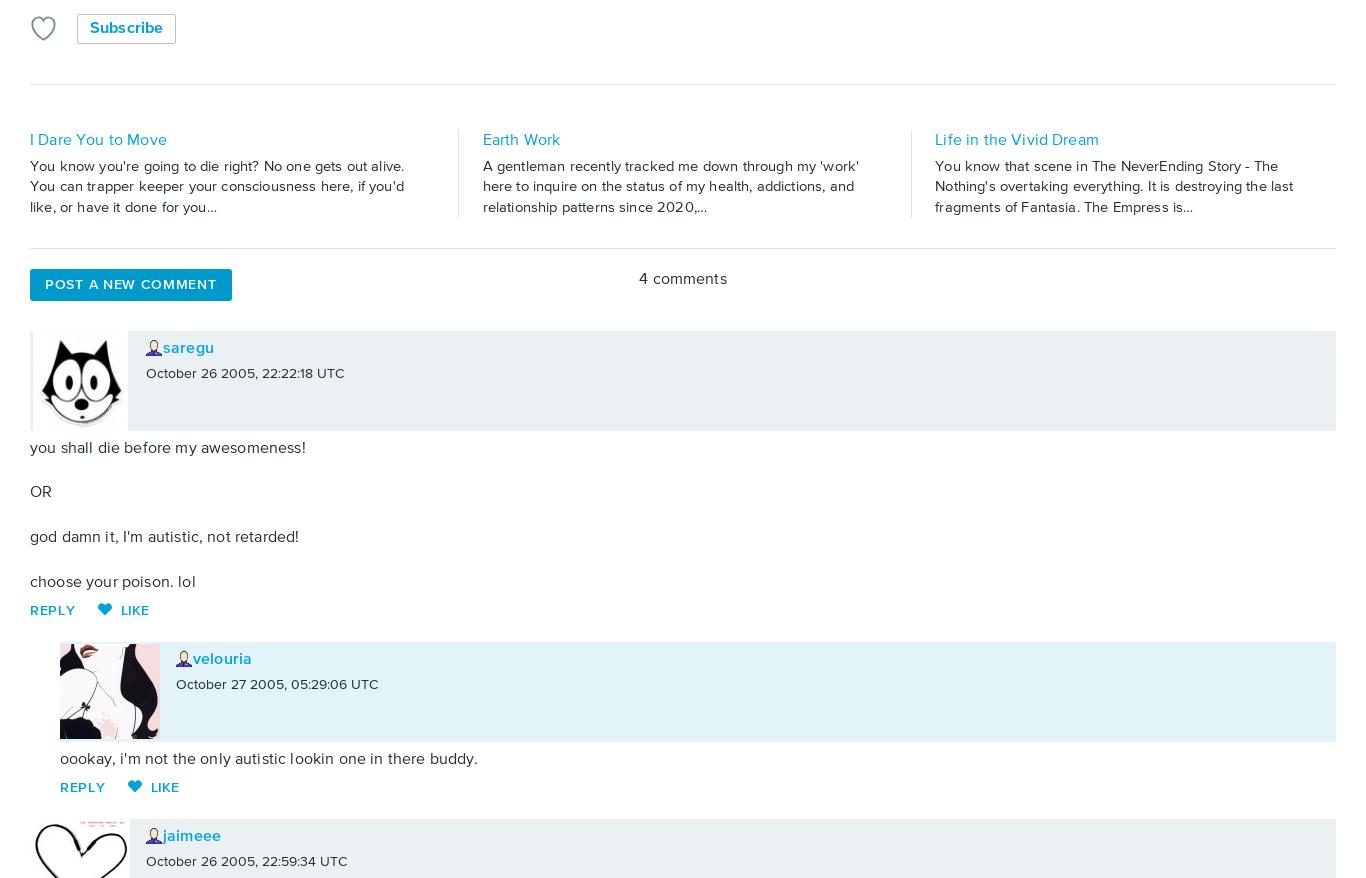  What do you see at coordinates (112, 581) in the screenshot?
I see `'choose your poison.  lol'` at bounding box center [112, 581].